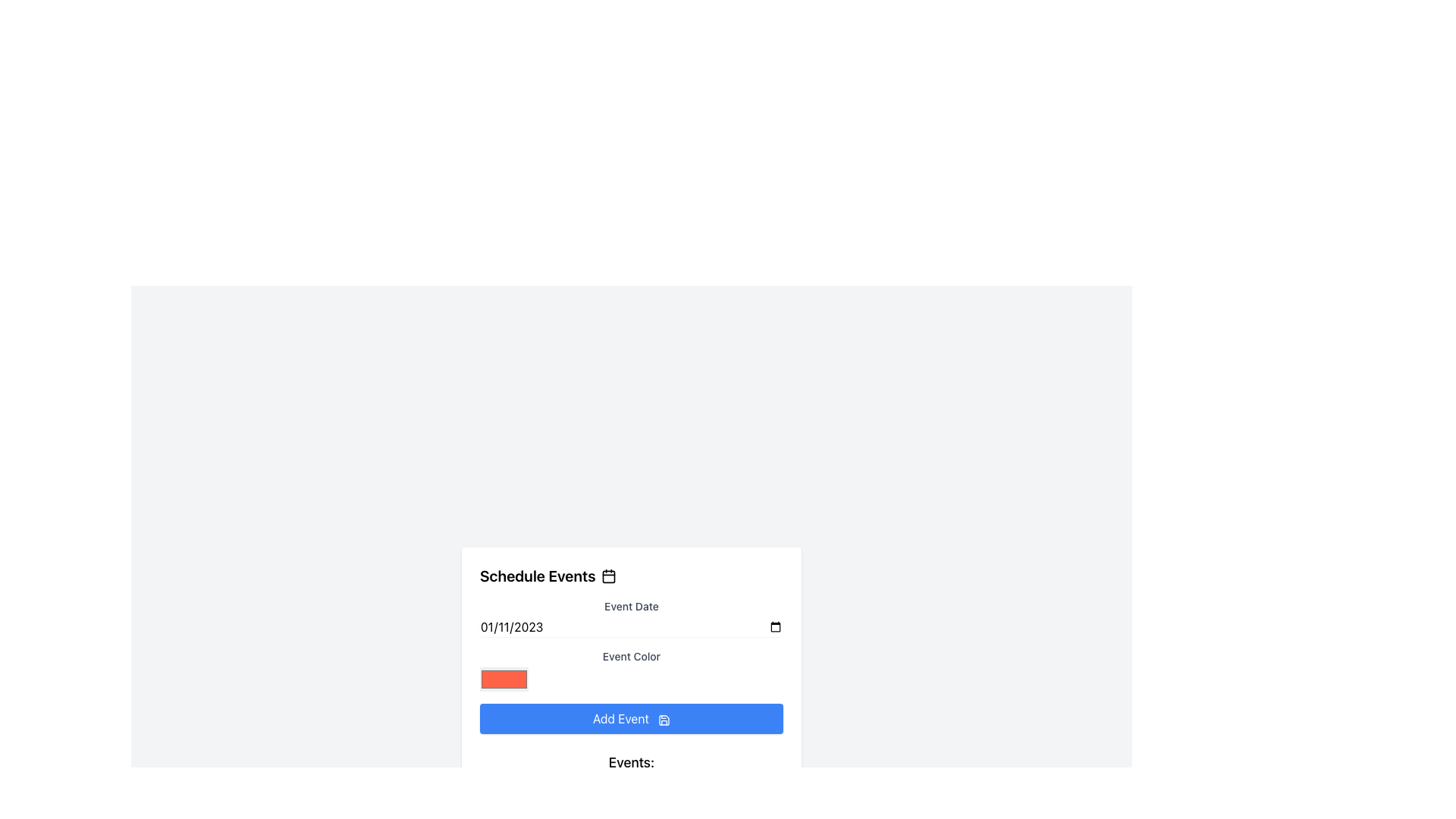 Image resolution: width=1456 pixels, height=819 pixels. What do you see at coordinates (504, 678) in the screenshot?
I see `the Color Picker element located in the 'Event Color' section, beneath the label 'Event Color'` at bounding box center [504, 678].